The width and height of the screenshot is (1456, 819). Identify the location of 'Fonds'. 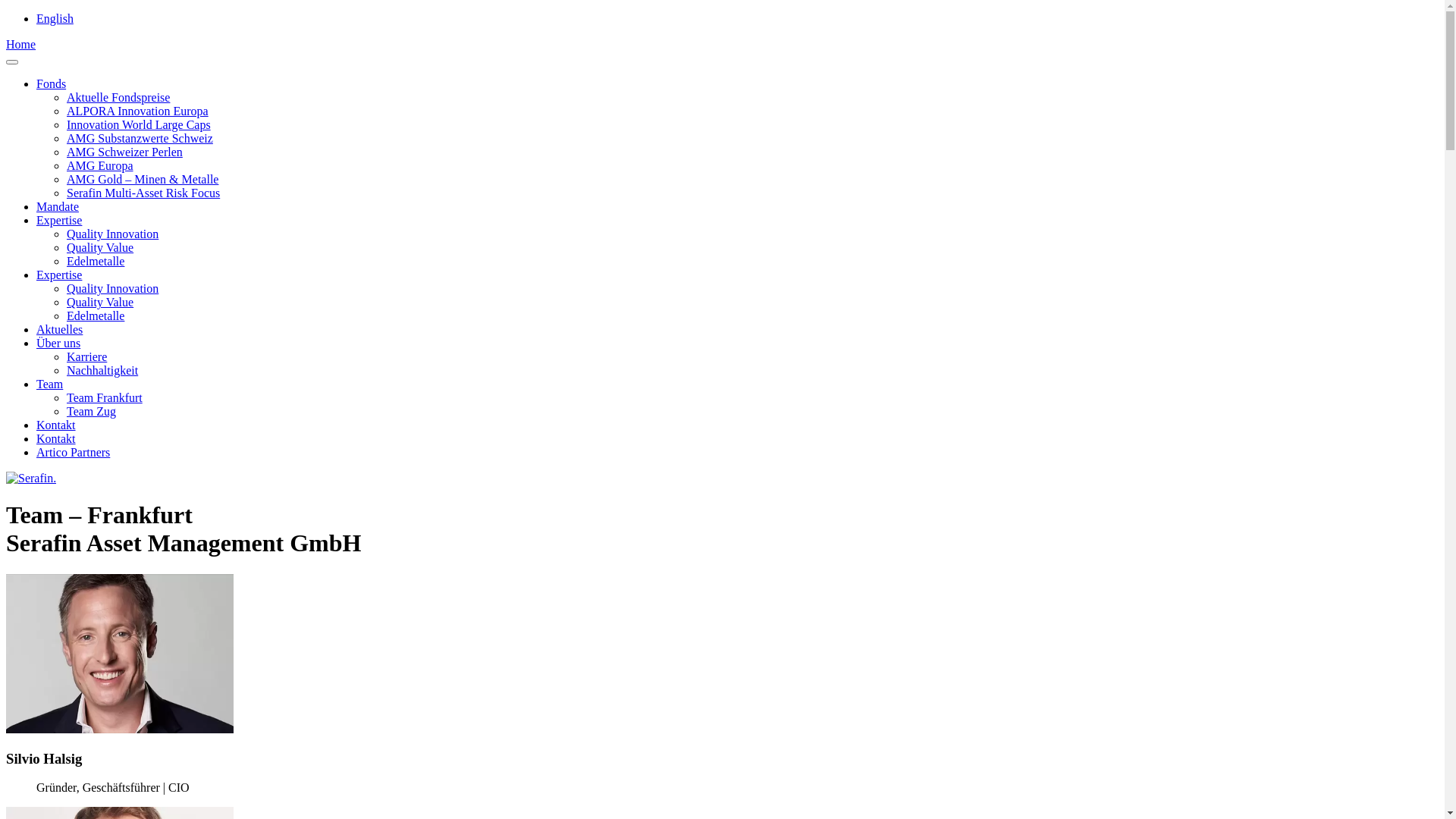
(36, 83).